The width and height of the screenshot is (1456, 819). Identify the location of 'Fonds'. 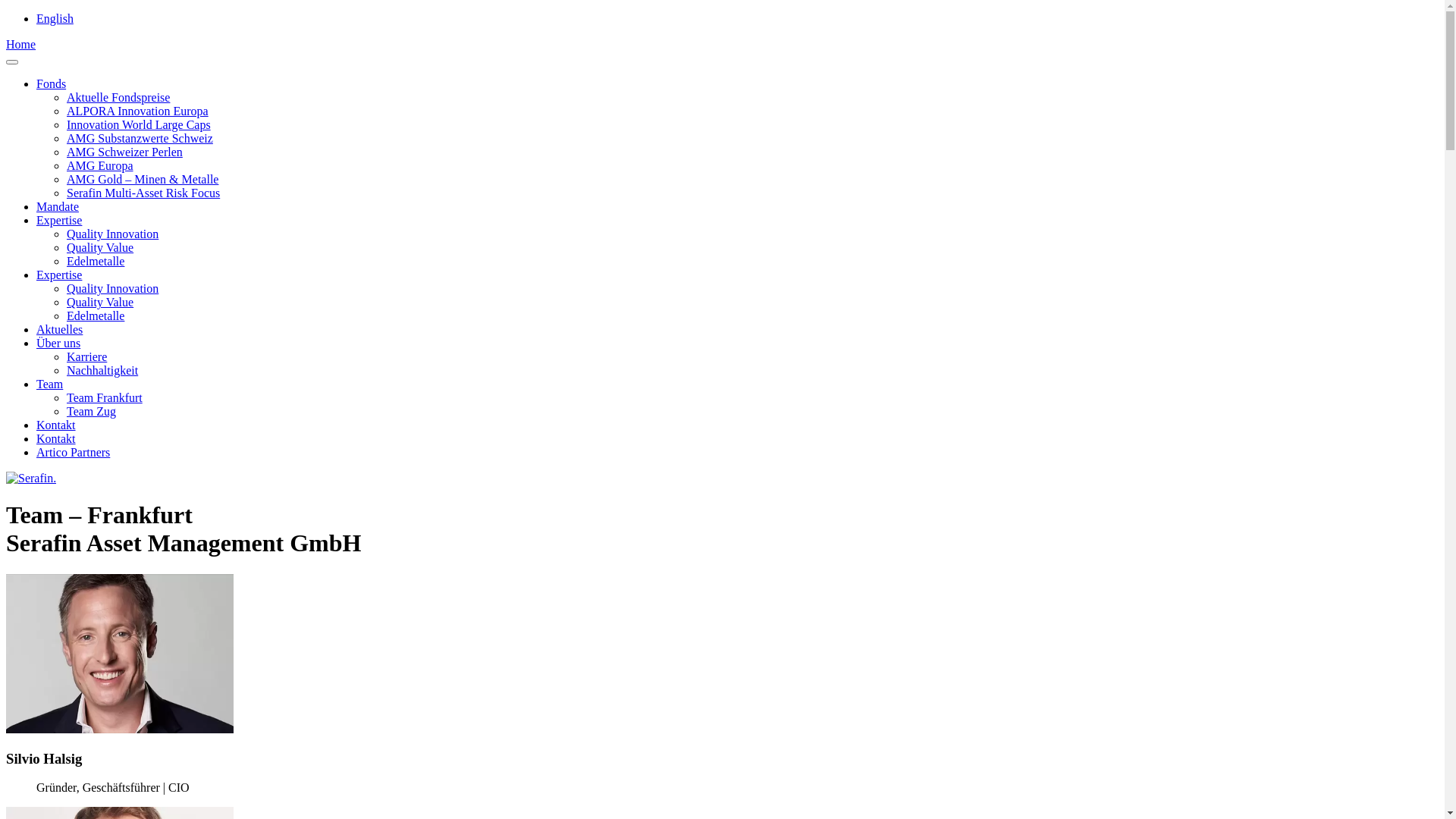
(36, 83).